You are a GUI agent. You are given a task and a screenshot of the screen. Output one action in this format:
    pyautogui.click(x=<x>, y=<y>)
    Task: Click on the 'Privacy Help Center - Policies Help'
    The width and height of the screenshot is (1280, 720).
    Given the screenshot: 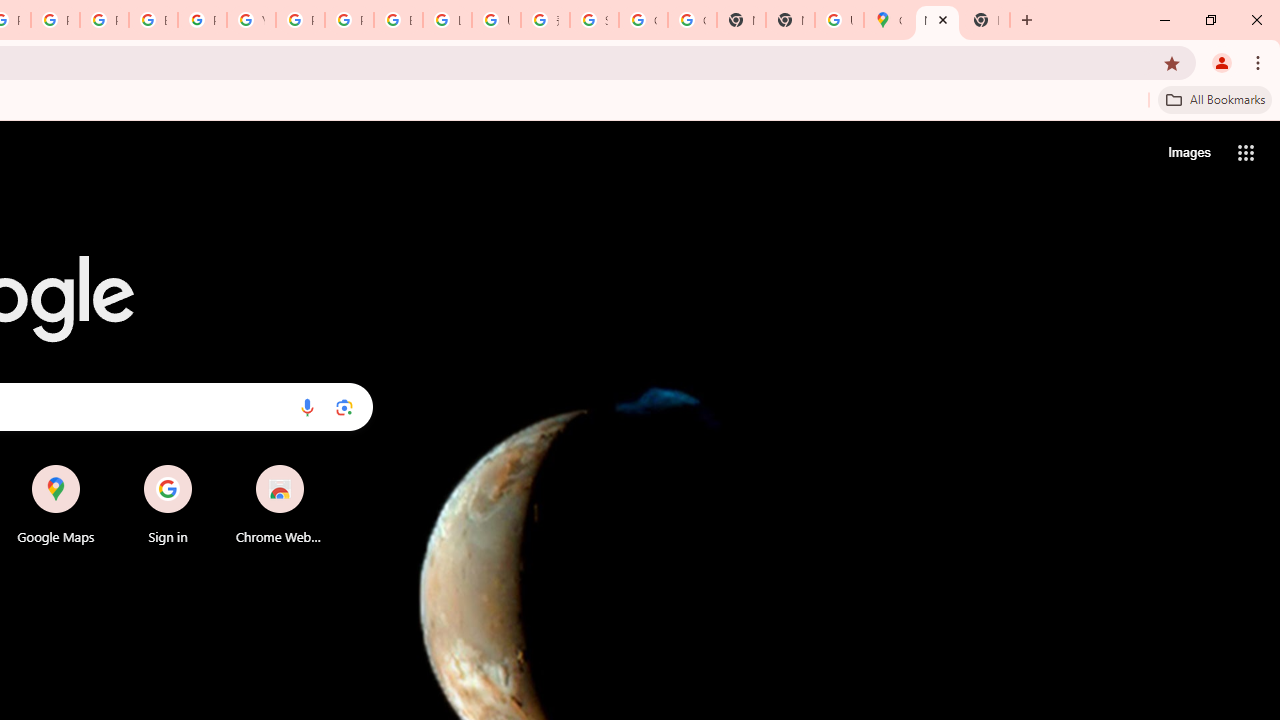 What is the action you would take?
    pyautogui.click(x=103, y=20)
    